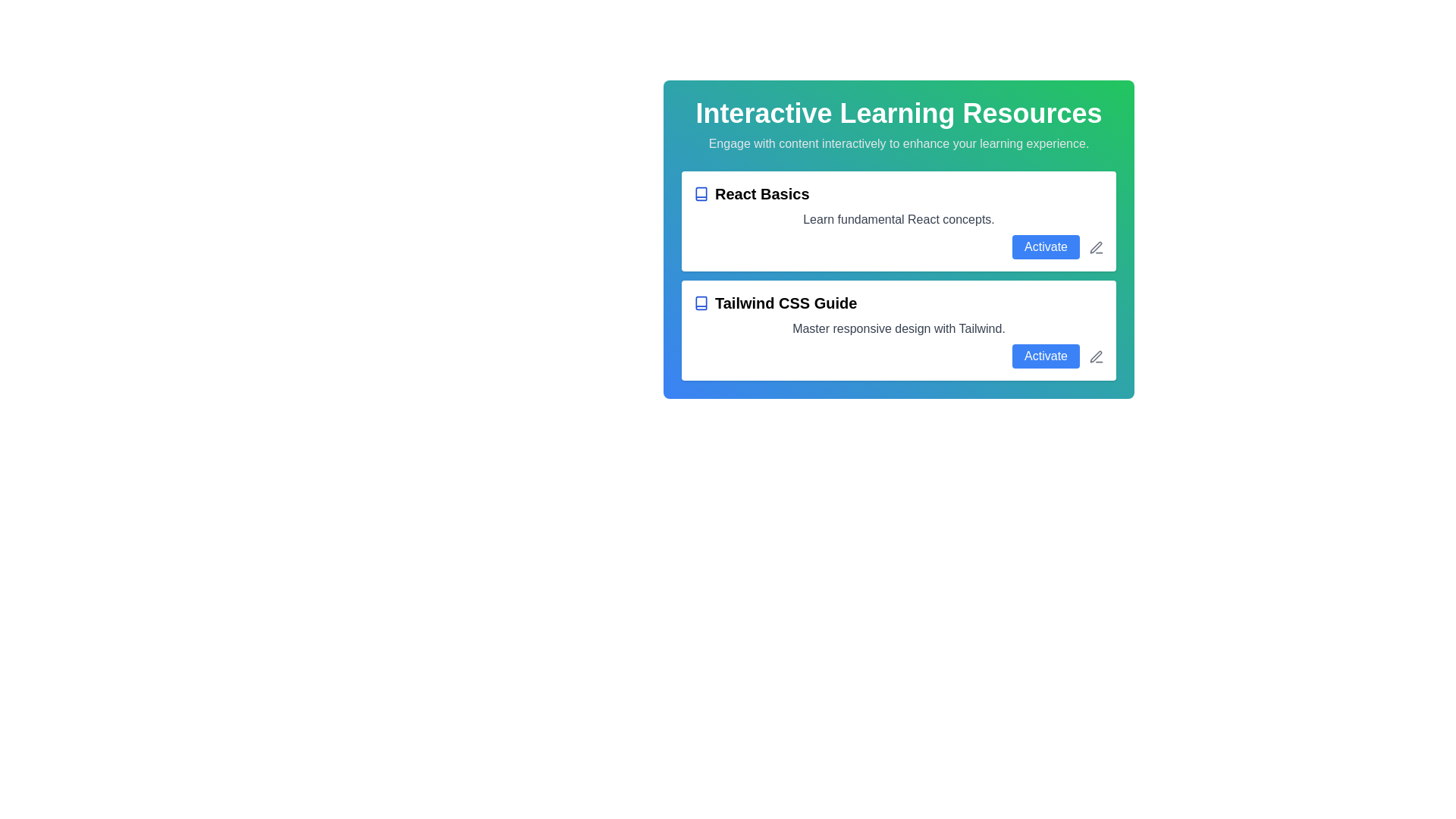 This screenshot has height=819, width=1456. What do you see at coordinates (701, 193) in the screenshot?
I see `the icon representing the 'React Basics' content, located to the immediate left of the text 'React Basics' in the 'Interactive Learning Resources' section` at bounding box center [701, 193].